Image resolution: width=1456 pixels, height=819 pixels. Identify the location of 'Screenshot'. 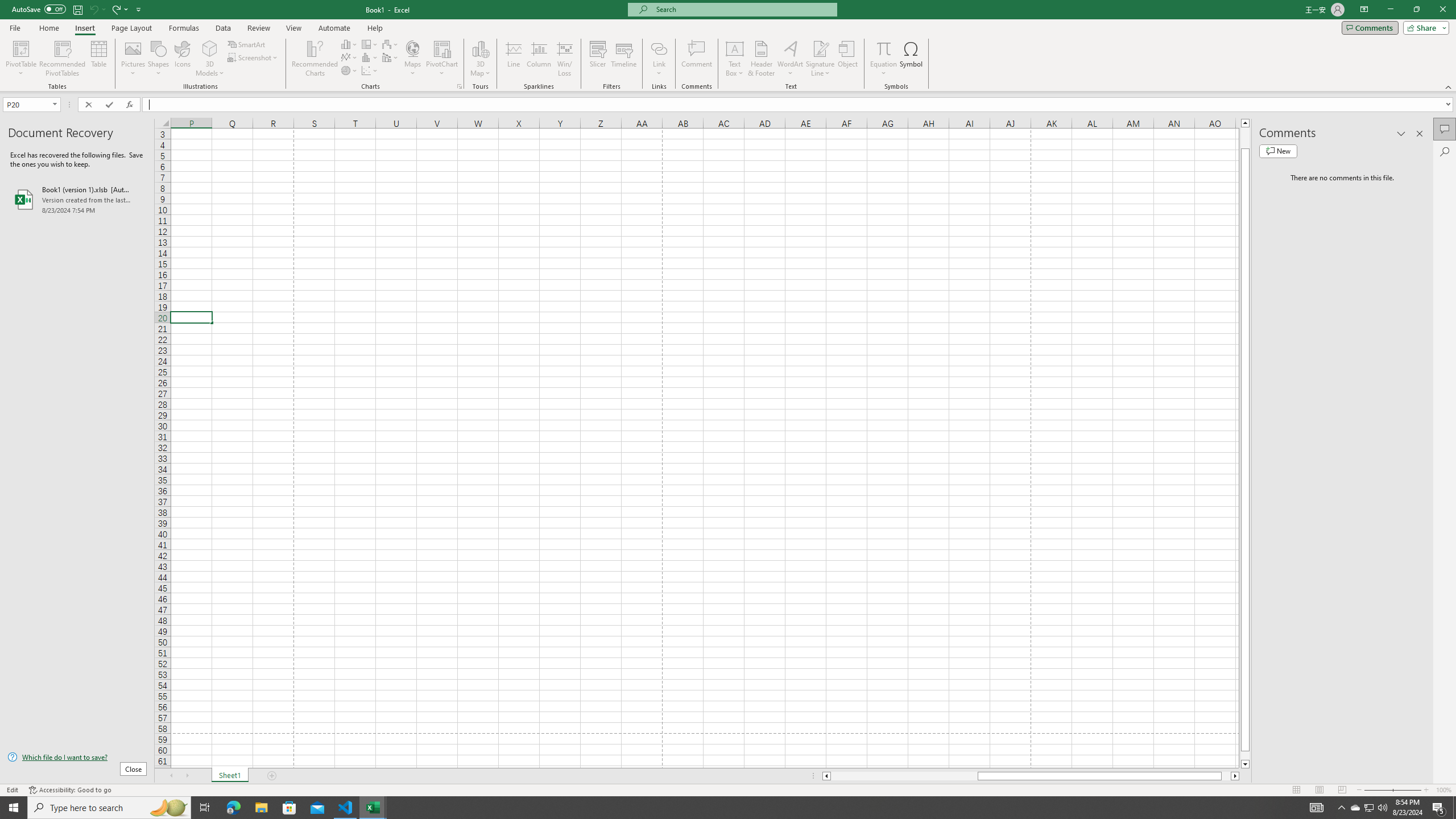
(253, 56).